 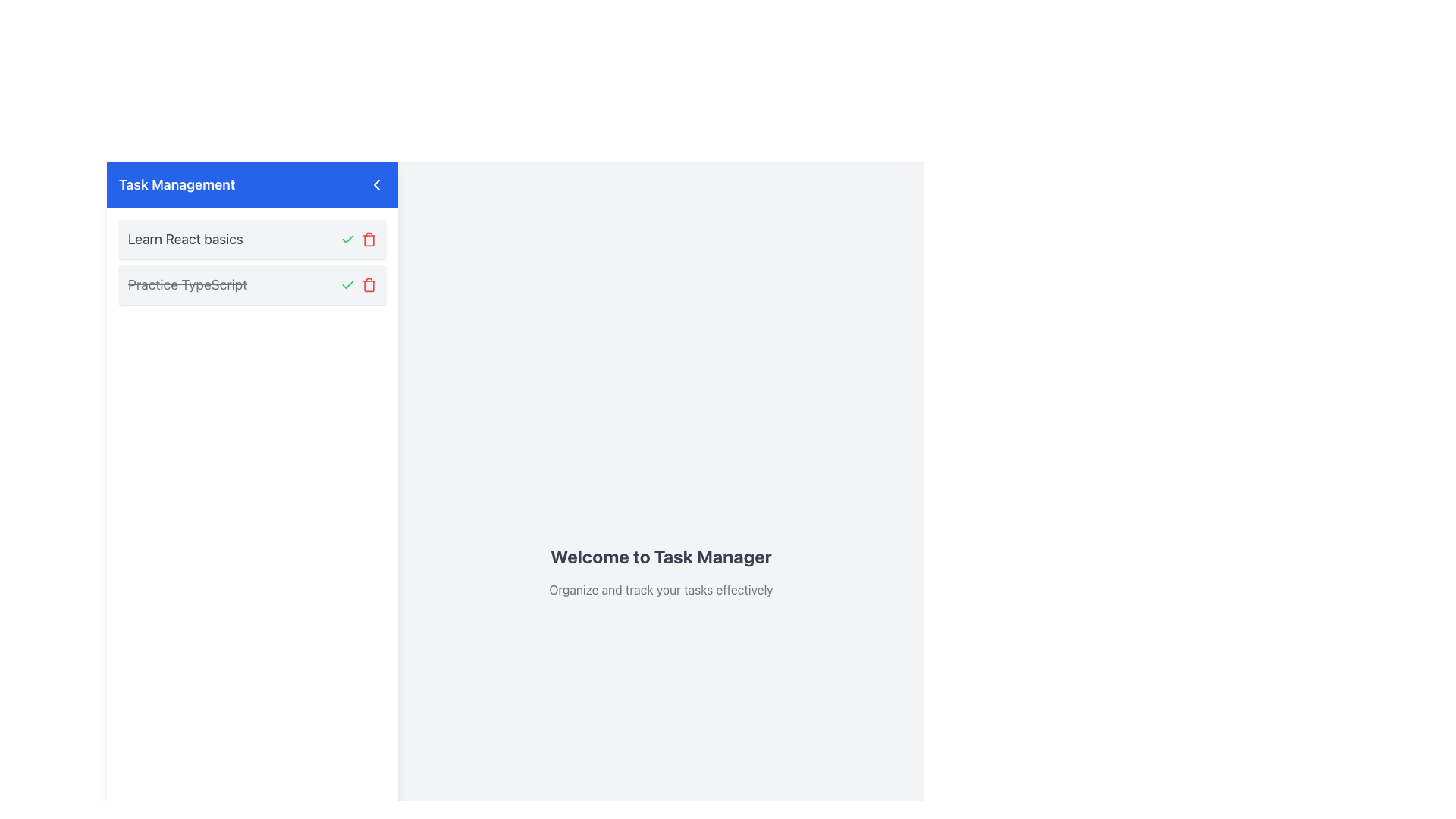 What do you see at coordinates (347, 239) in the screenshot?
I see `the task completion indicator icon for the task 'Practice TypeScript', which is the second item in the task list on the left panel` at bounding box center [347, 239].